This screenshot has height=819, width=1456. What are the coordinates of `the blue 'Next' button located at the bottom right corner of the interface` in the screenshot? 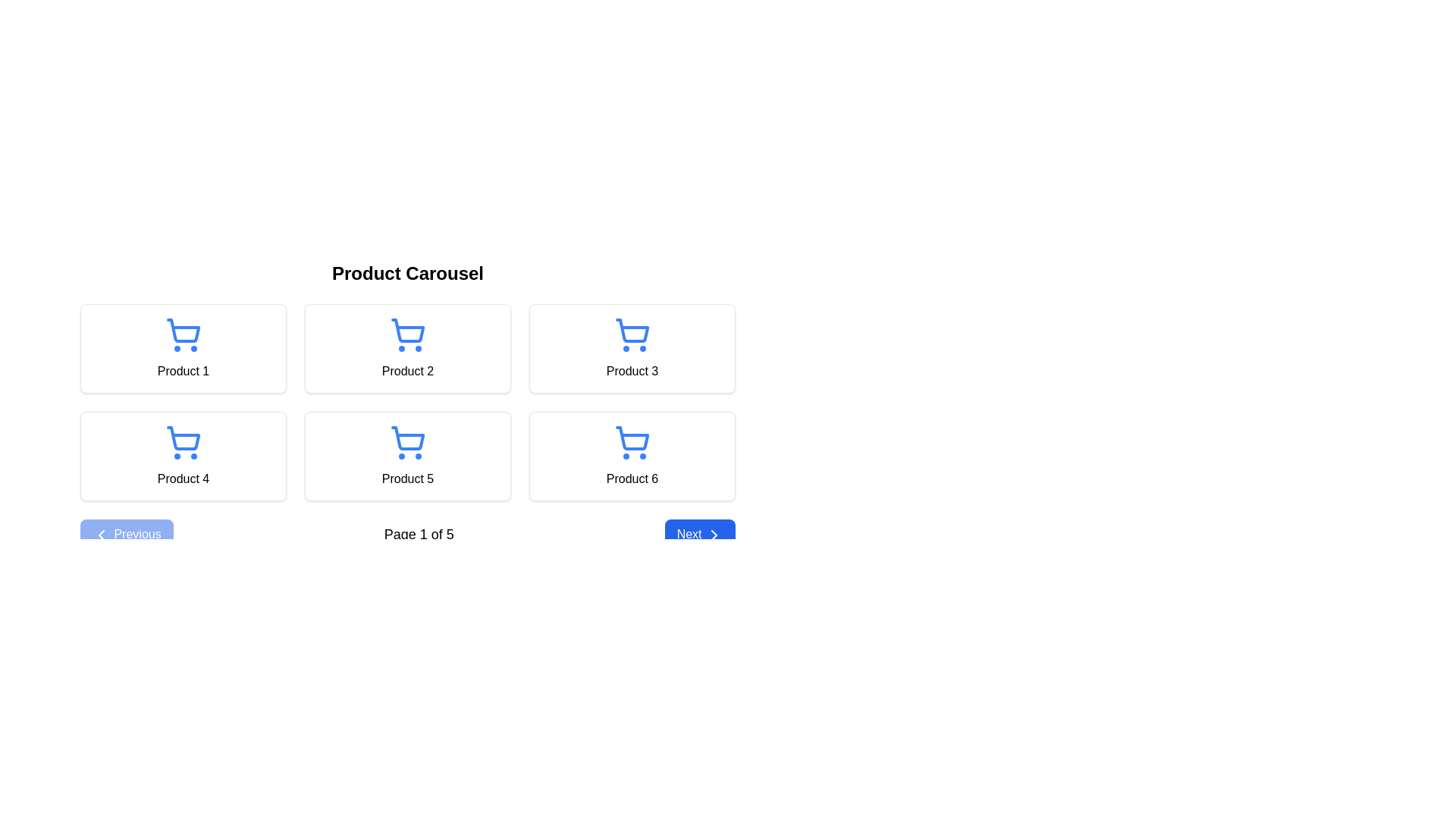 It's located at (699, 534).